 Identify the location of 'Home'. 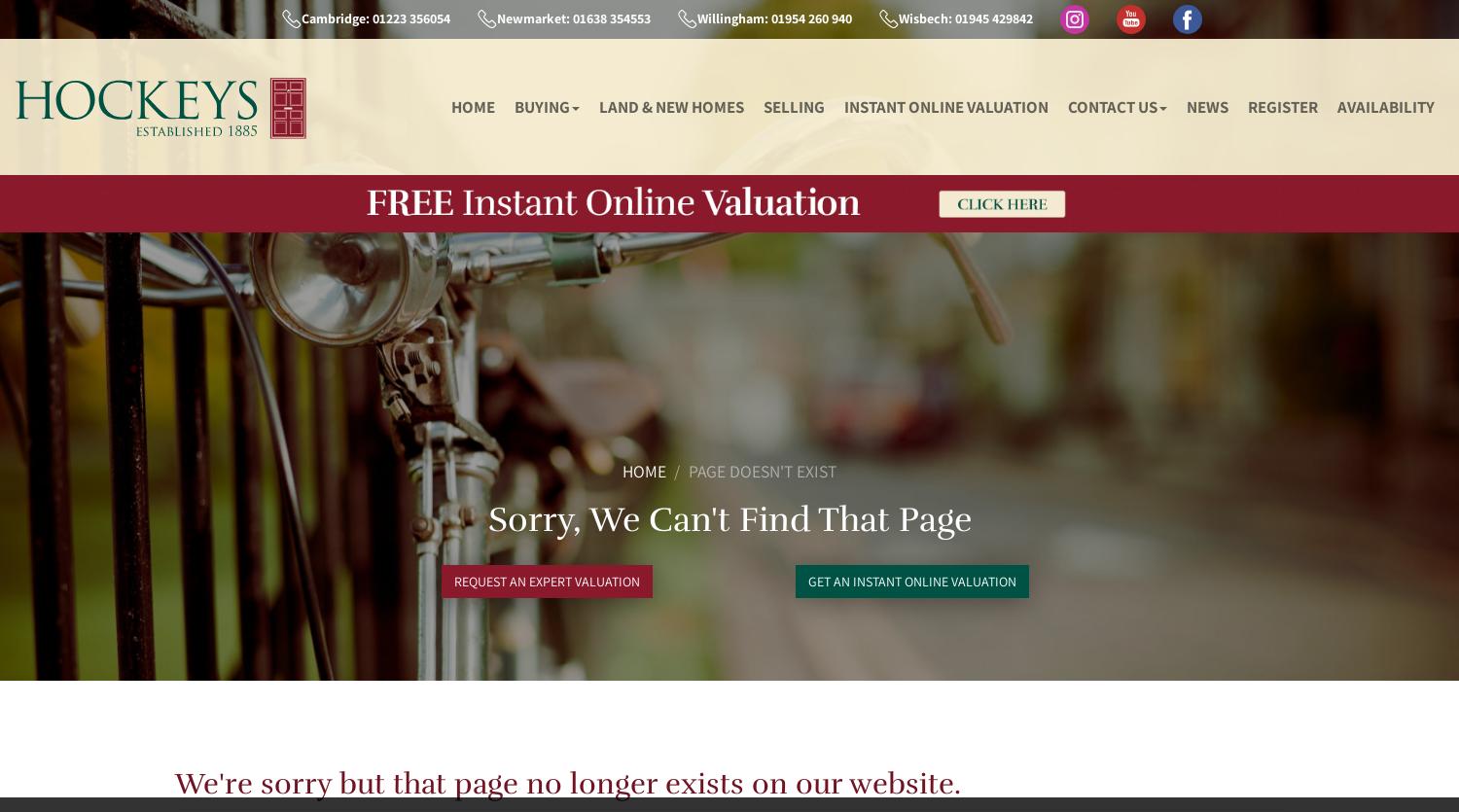
(623, 469).